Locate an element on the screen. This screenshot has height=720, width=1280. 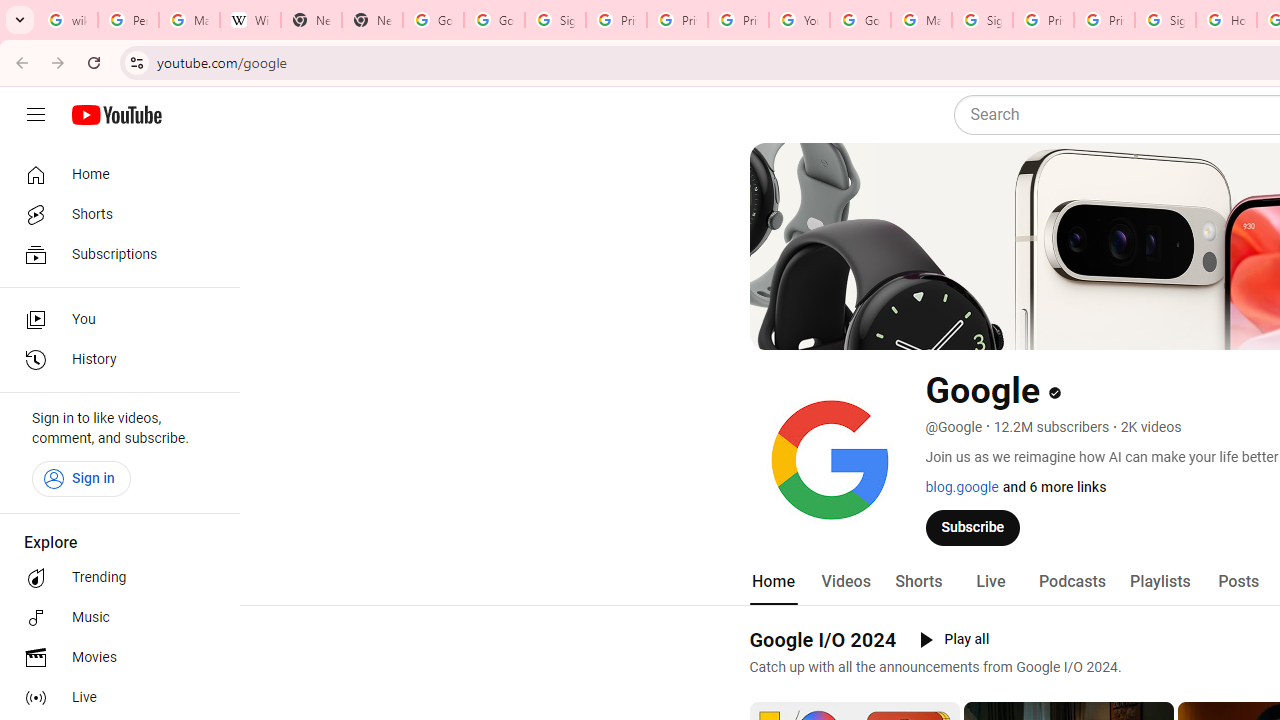
'Subscriptions' is located at coordinates (112, 253).